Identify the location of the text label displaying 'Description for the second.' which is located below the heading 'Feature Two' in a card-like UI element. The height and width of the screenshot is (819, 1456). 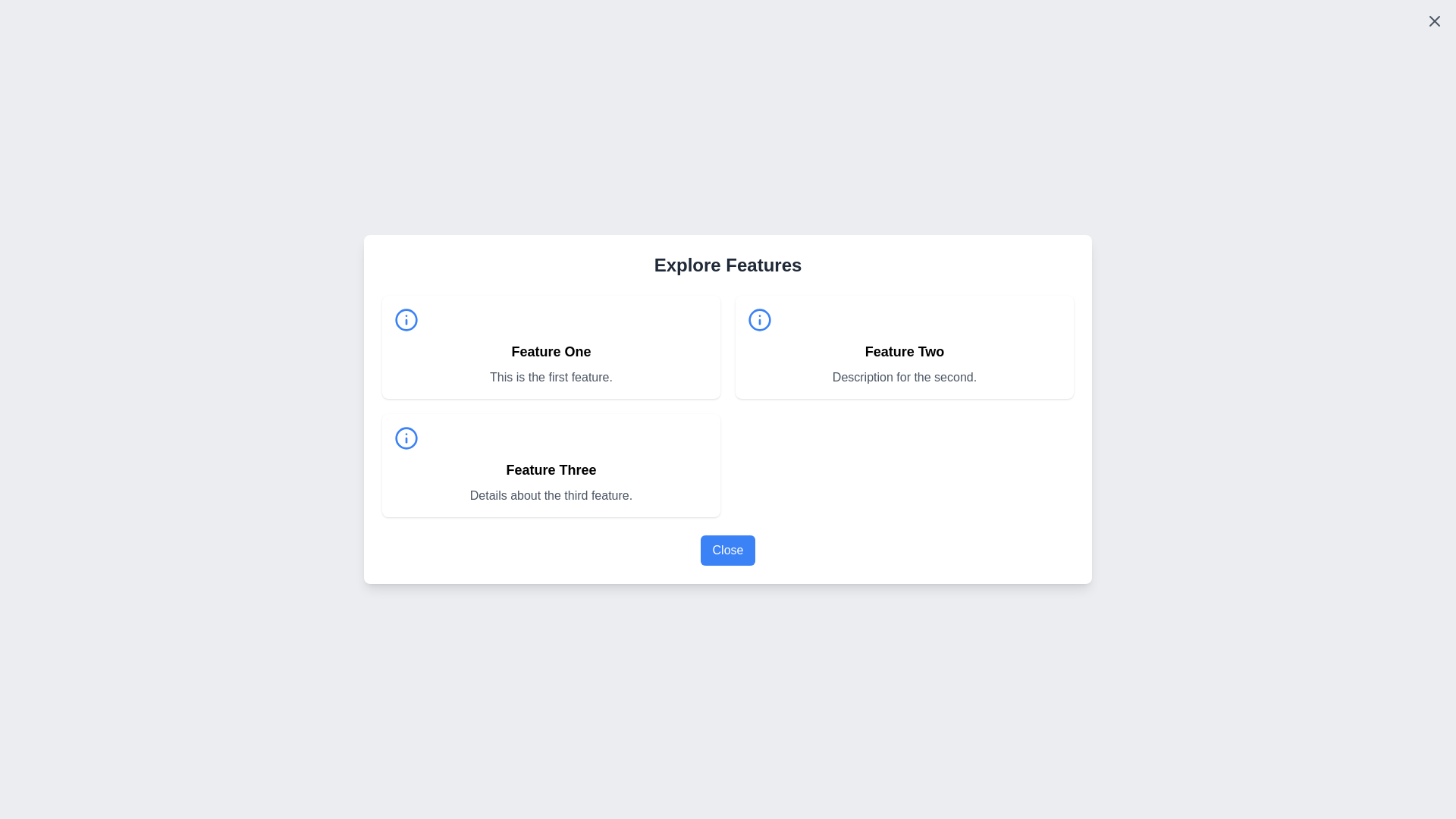
(905, 376).